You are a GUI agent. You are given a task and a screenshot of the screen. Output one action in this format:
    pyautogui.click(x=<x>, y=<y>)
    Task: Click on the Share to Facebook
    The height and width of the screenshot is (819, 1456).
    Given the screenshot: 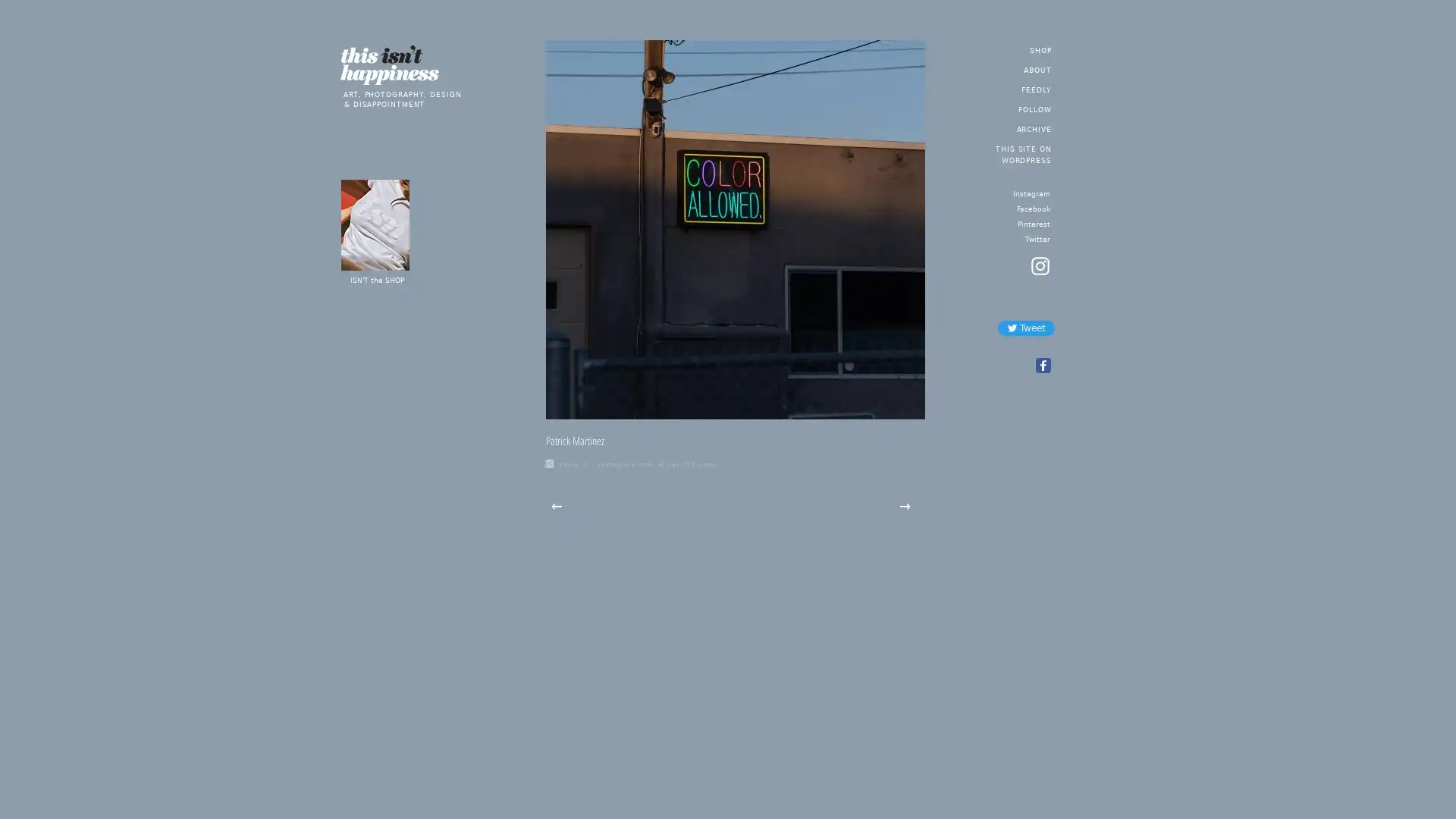 What is the action you would take?
    pyautogui.click(x=1041, y=366)
    